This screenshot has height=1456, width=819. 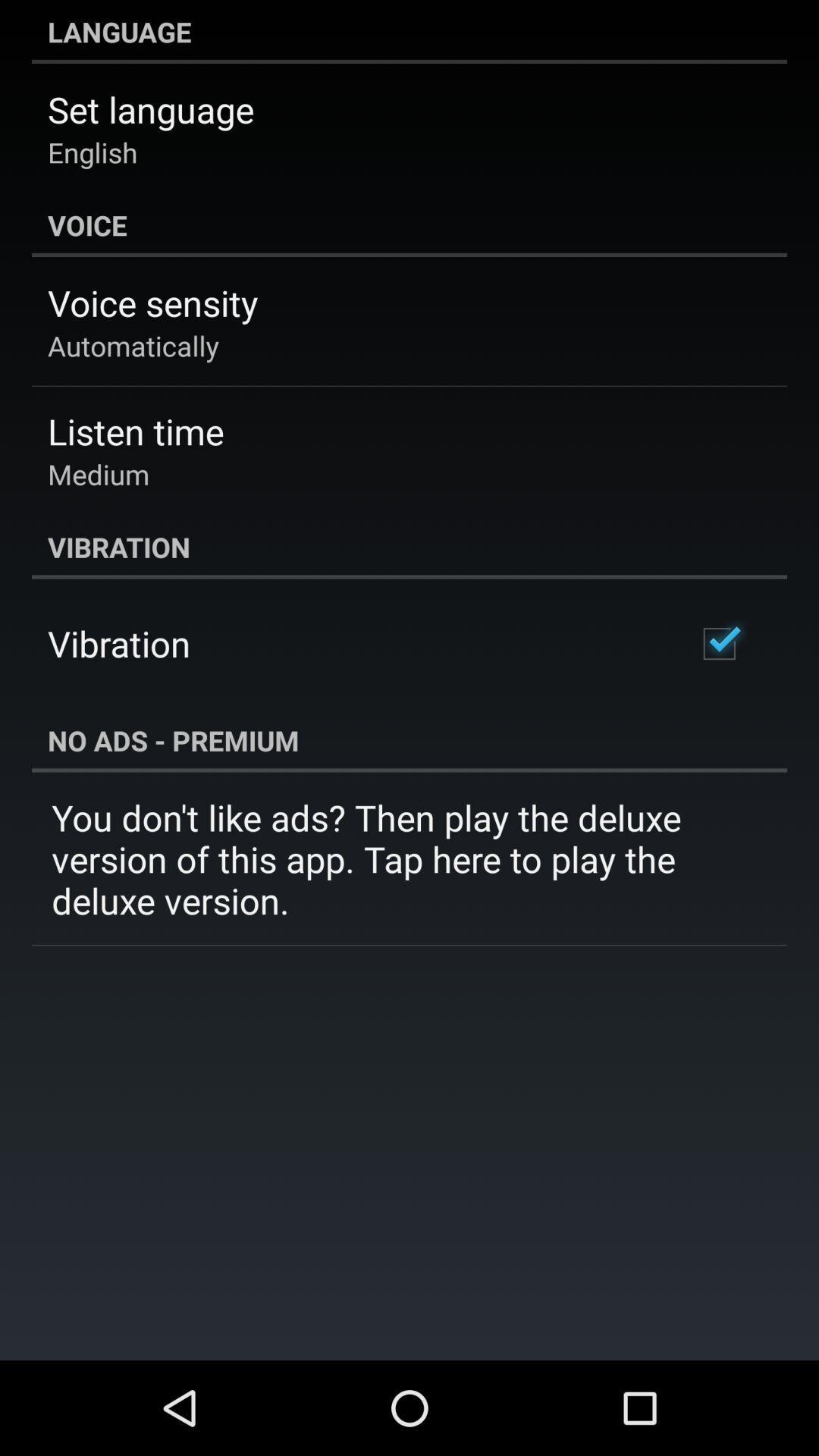 What do you see at coordinates (718, 644) in the screenshot?
I see `the item below the vibration item` at bounding box center [718, 644].